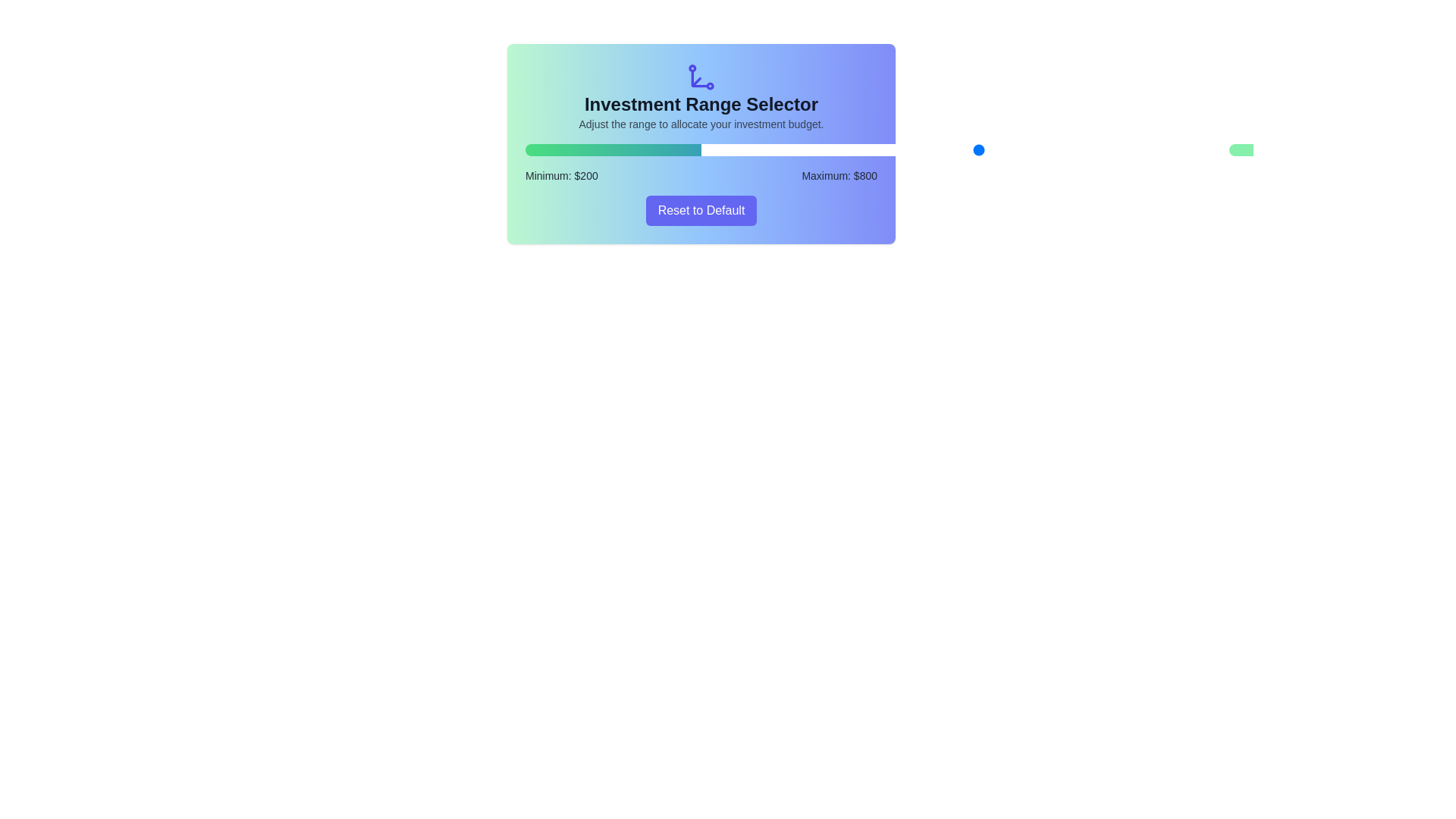 The height and width of the screenshot is (819, 1456). What do you see at coordinates (807, 149) in the screenshot?
I see `the minimum investment range slider to 302` at bounding box center [807, 149].